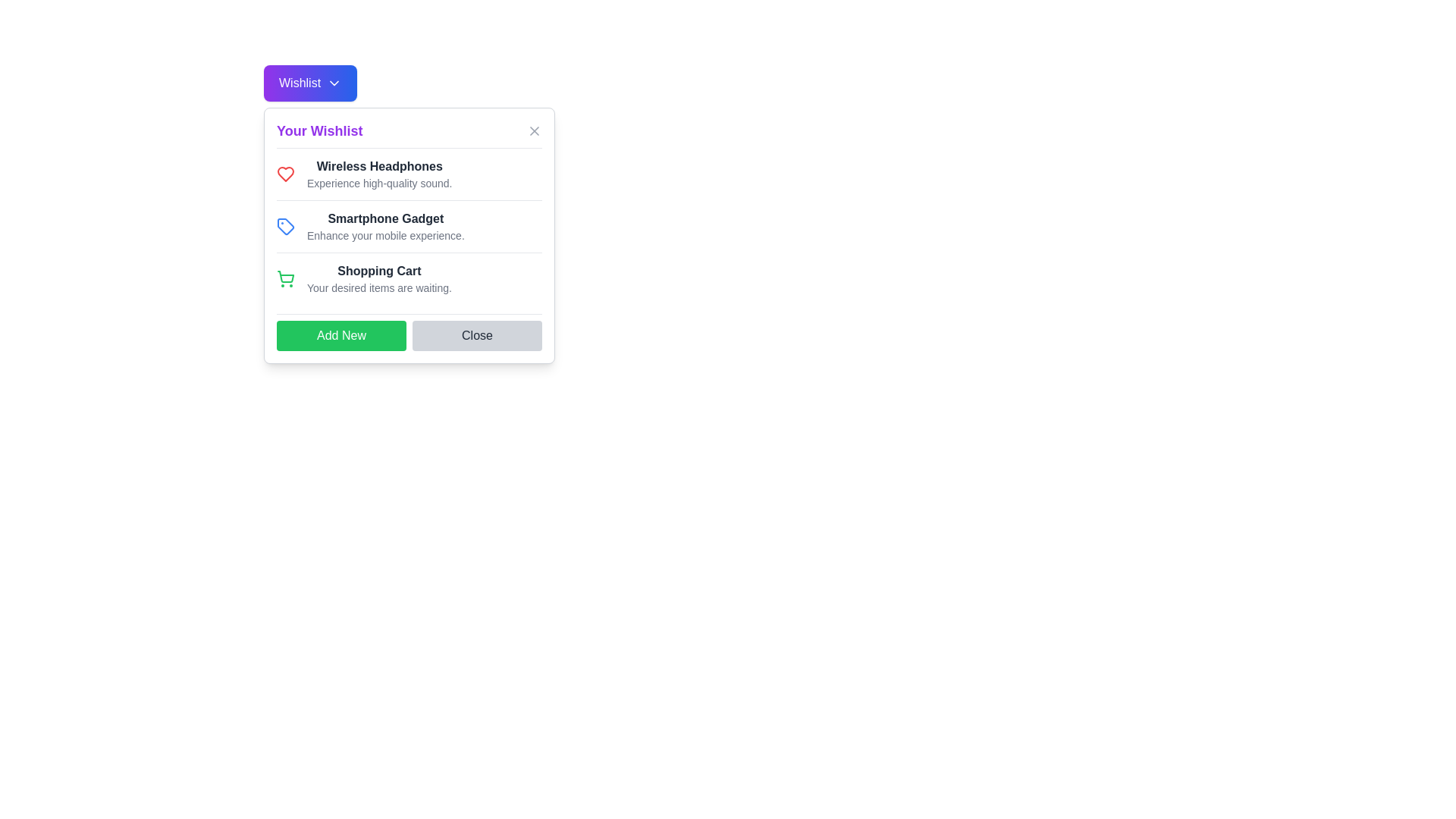 The width and height of the screenshot is (1456, 819). Describe the element at coordinates (409, 225) in the screenshot. I see `text of the 'Smartphone Gadget' list item, which is the second item in the 'Your Wishlist' modal` at that location.